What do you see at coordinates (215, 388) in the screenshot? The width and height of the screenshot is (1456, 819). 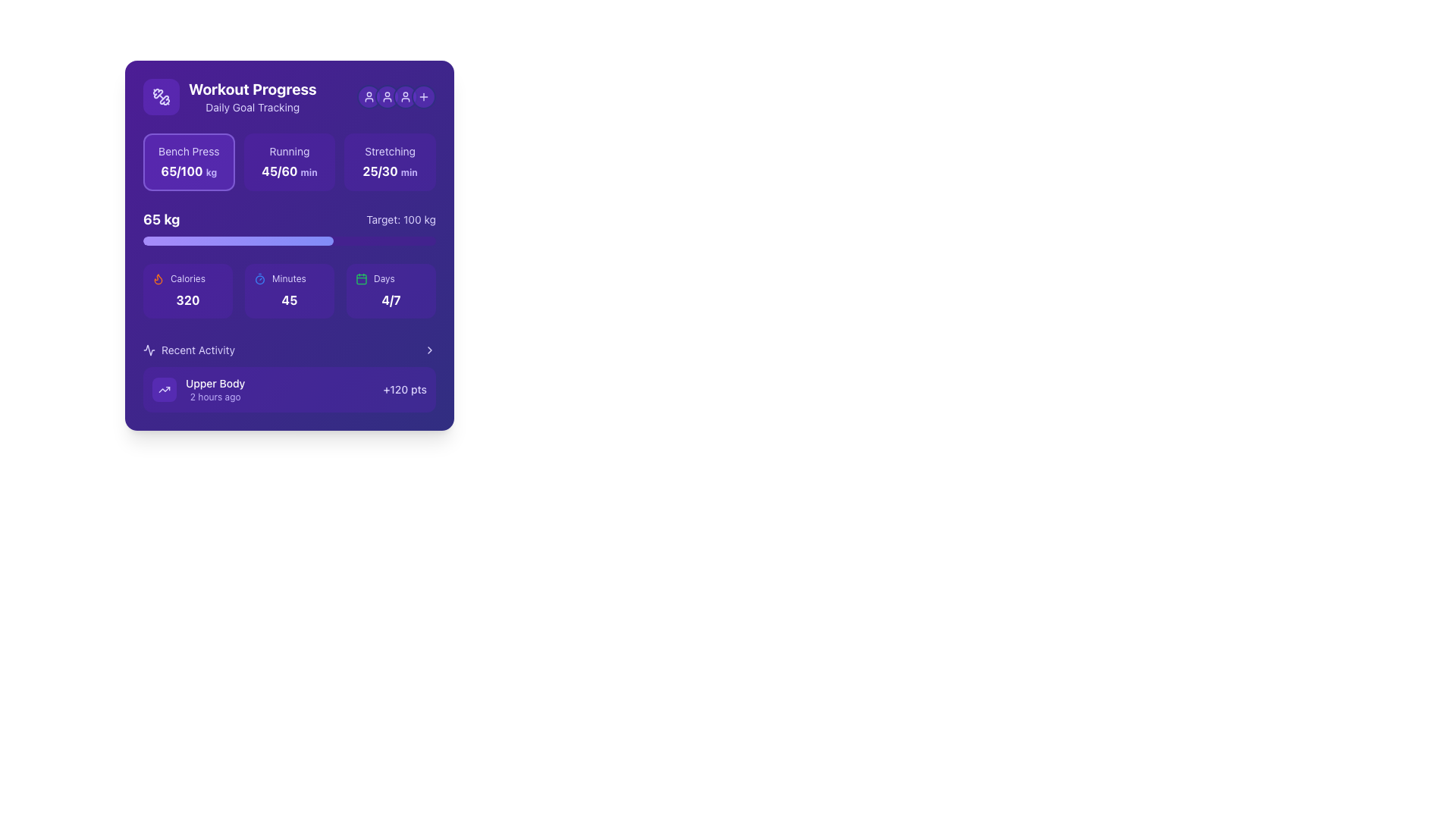 I see `text from the 'Upper Body' text block located in the 'Recent Activity' section of the purple panel` at bounding box center [215, 388].